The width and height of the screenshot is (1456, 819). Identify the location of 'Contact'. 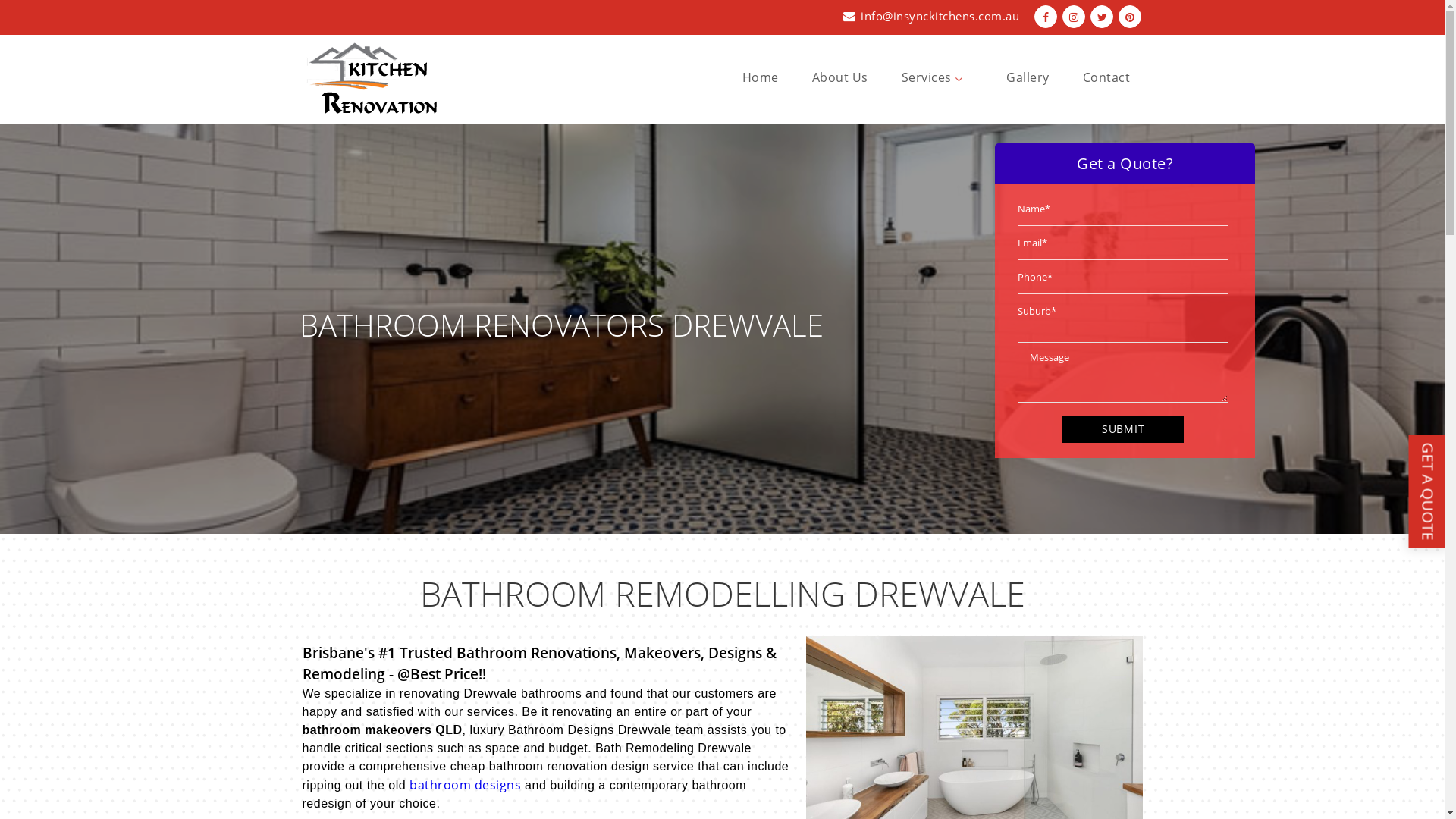
(1082, 77).